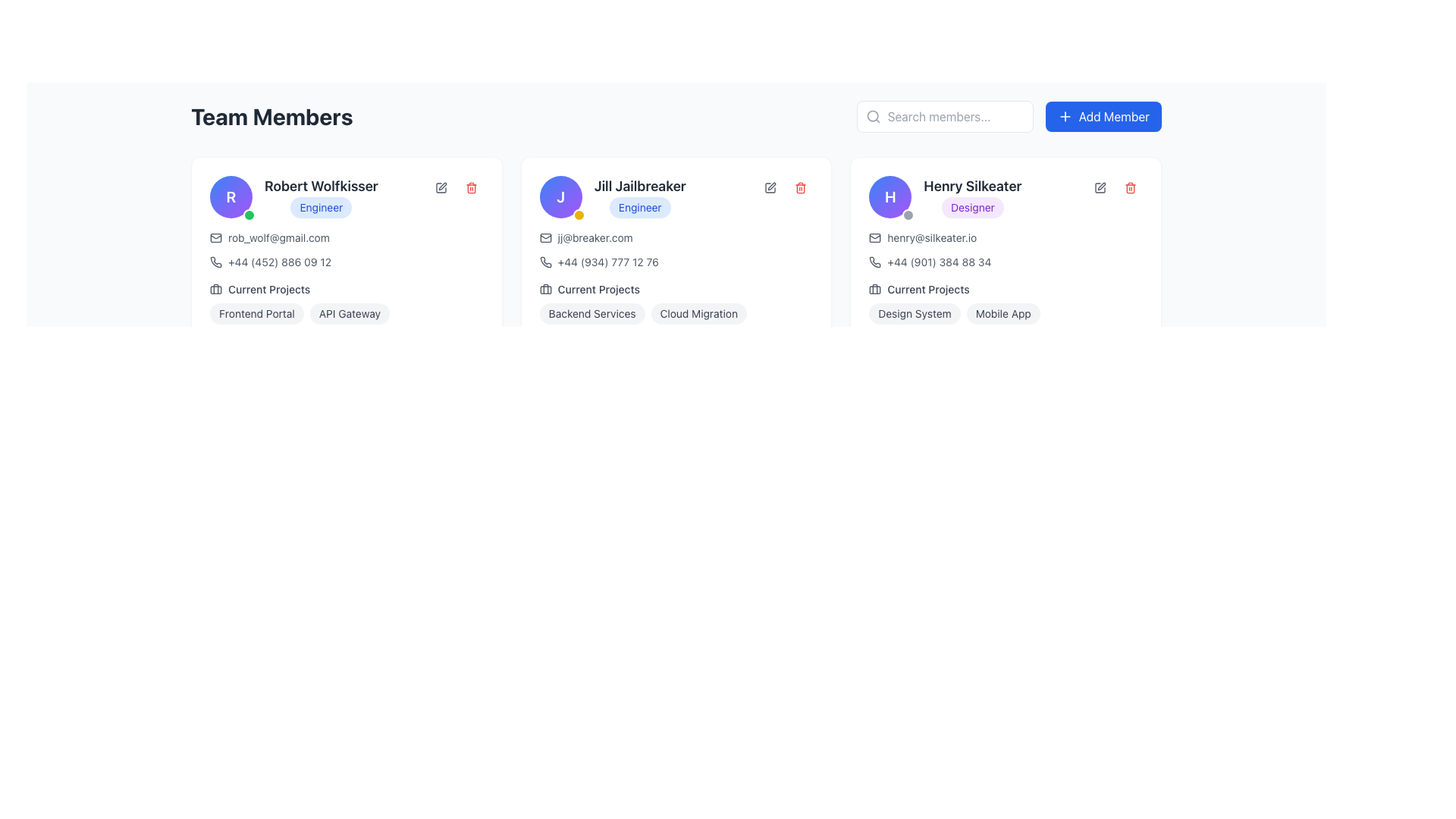  Describe the element at coordinates (440, 187) in the screenshot. I see `the square button with rounded corners and a pen icon inside, located in the top-right corner of the card labeled 'Robert Wolfkisser'` at that location.